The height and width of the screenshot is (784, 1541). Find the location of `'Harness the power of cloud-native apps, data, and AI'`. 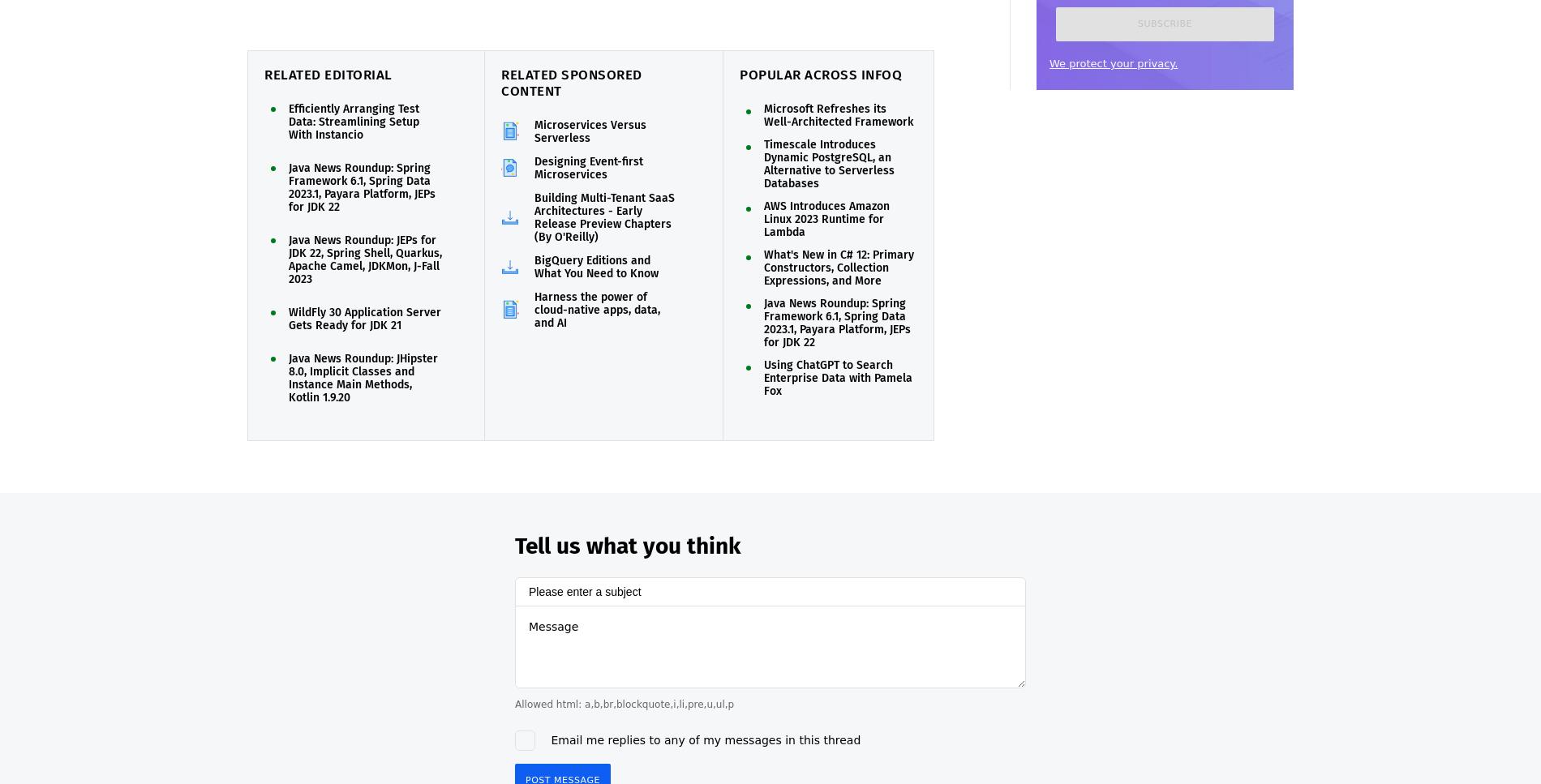

'Harness the power of cloud-native apps, data, and AI' is located at coordinates (596, 310).